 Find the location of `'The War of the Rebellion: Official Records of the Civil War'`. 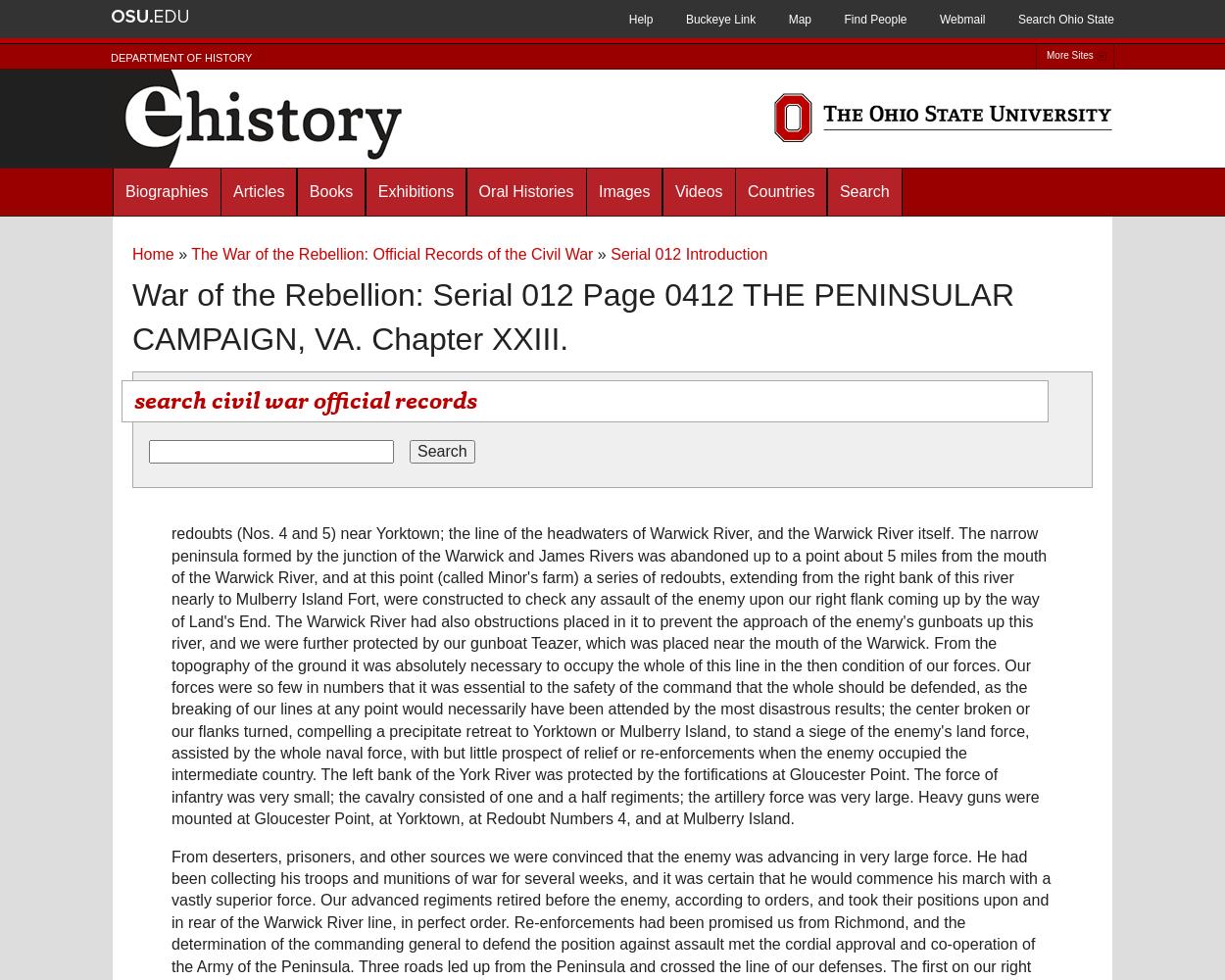

'The War of the Rebellion: Official Records of the Civil War' is located at coordinates (392, 254).